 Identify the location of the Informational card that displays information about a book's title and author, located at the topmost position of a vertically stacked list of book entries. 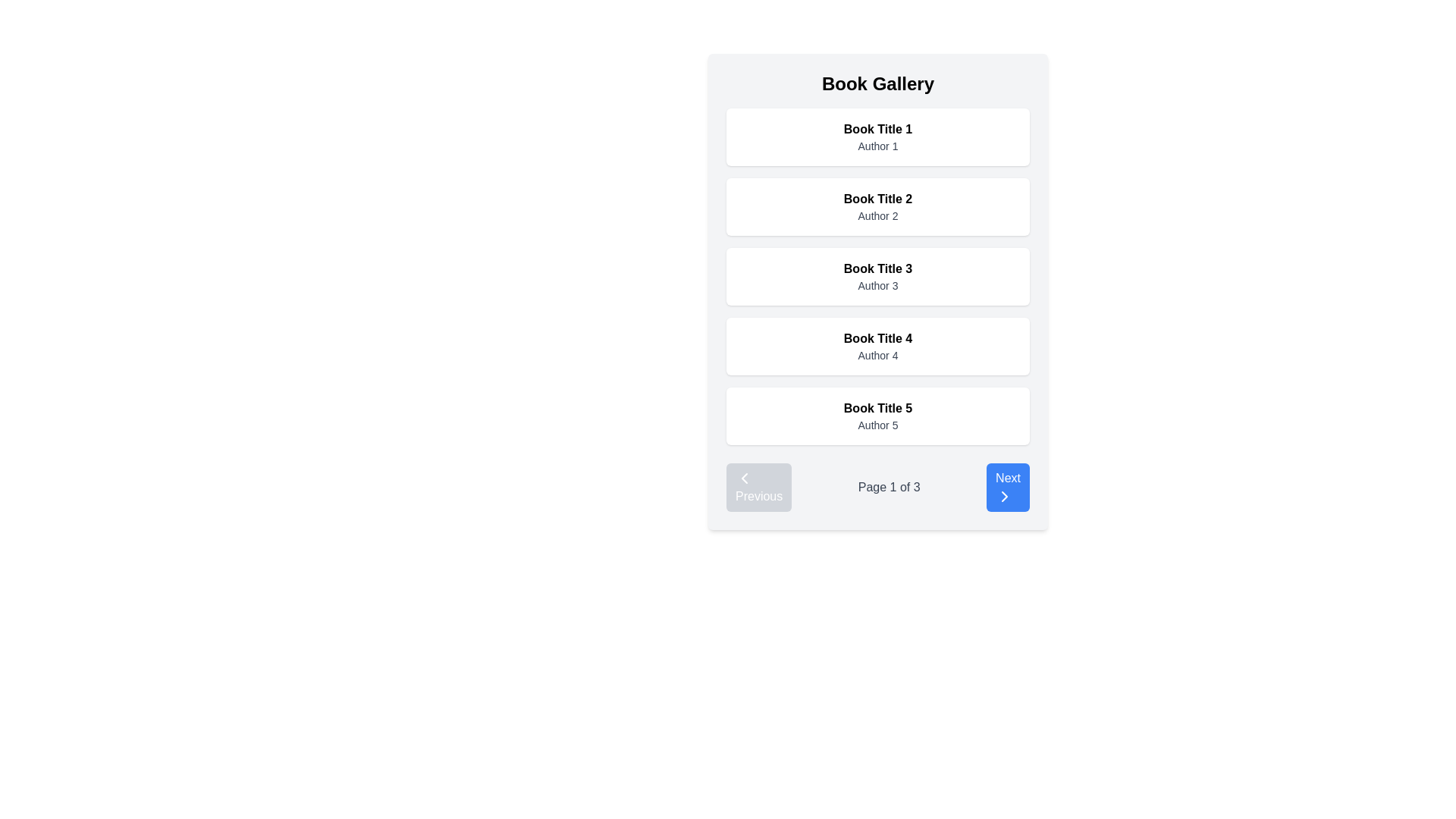
(877, 137).